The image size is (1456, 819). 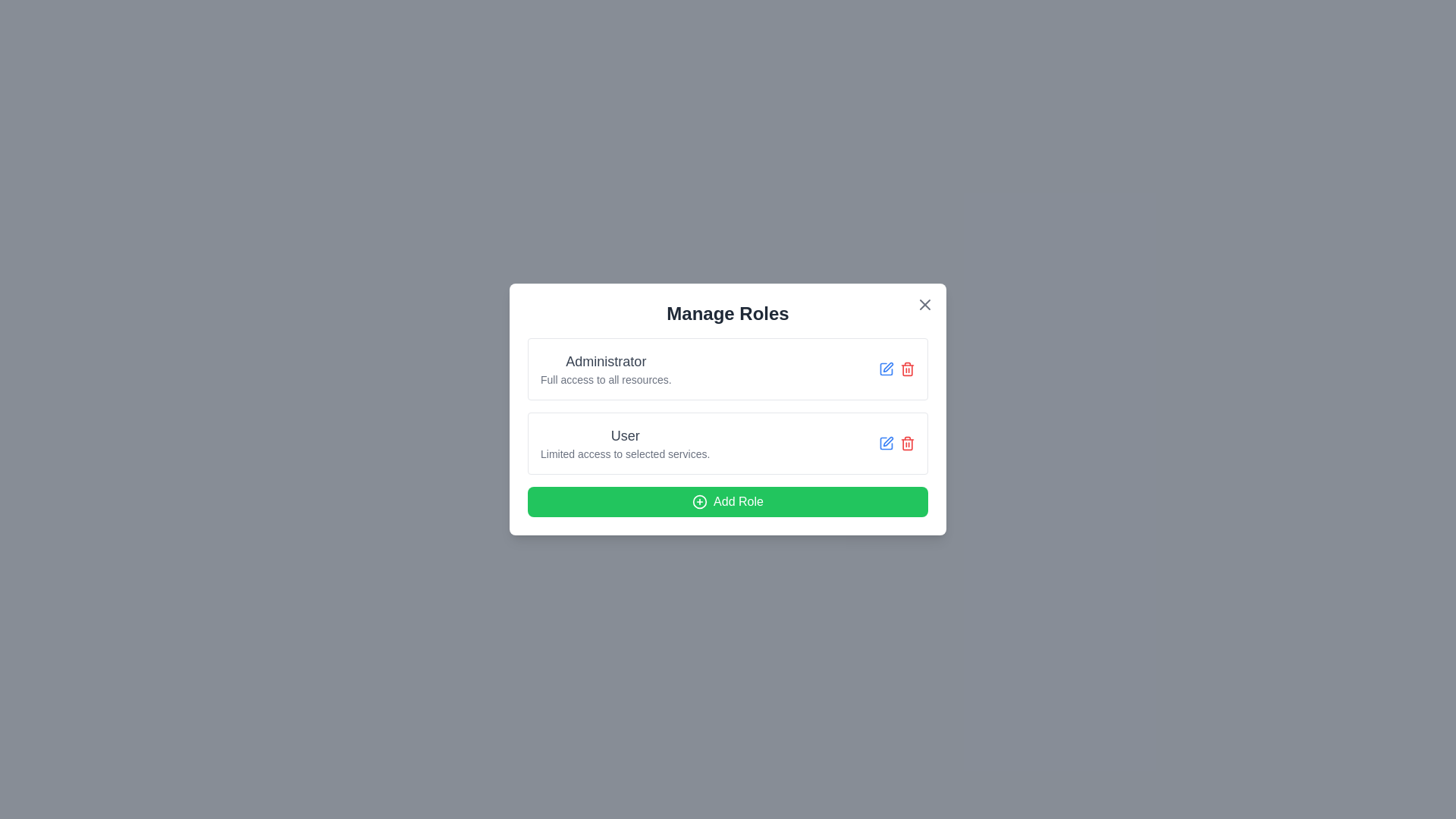 What do you see at coordinates (896, 444) in the screenshot?
I see `the red trash bin icon in the bottom-right corner of the 'User' card` at bounding box center [896, 444].